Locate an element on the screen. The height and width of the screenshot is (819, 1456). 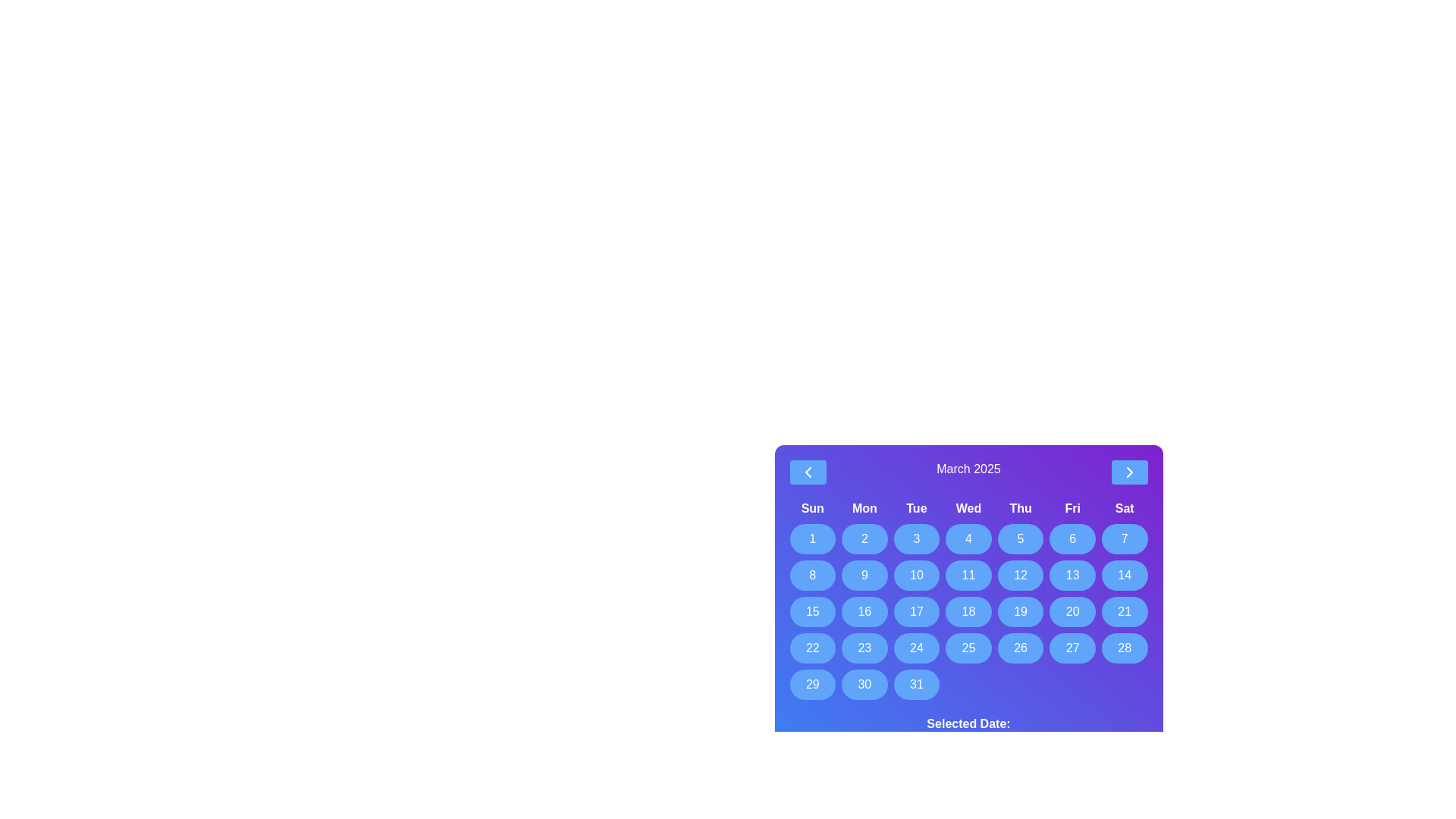
the circular button displaying the number '29' located is located at coordinates (811, 684).